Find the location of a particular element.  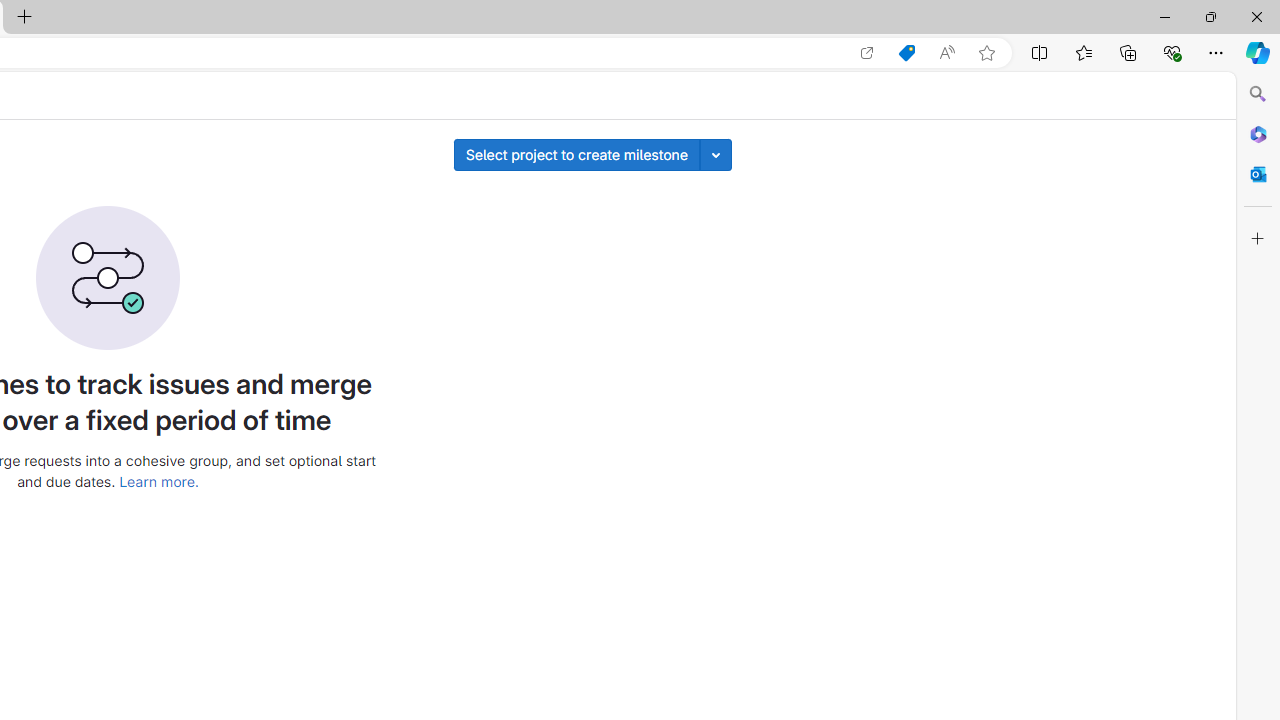

'Search' is located at coordinates (1257, 94).